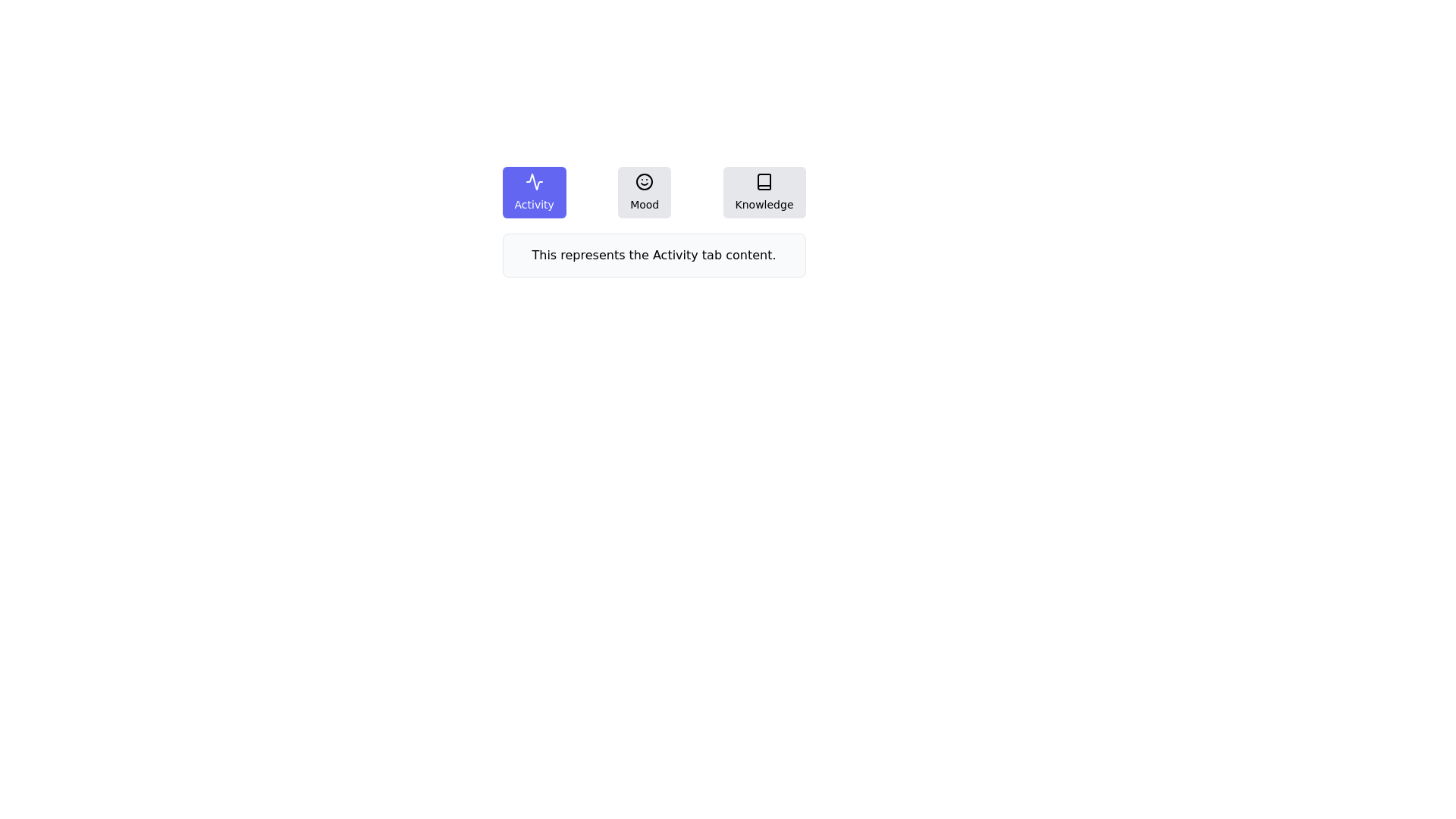  Describe the element at coordinates (654, 192) in the screenshot. I see `the 'Mood' button, which is the middle segment in a horizontal layout with a smiling face icon and a light gray background` at that location.